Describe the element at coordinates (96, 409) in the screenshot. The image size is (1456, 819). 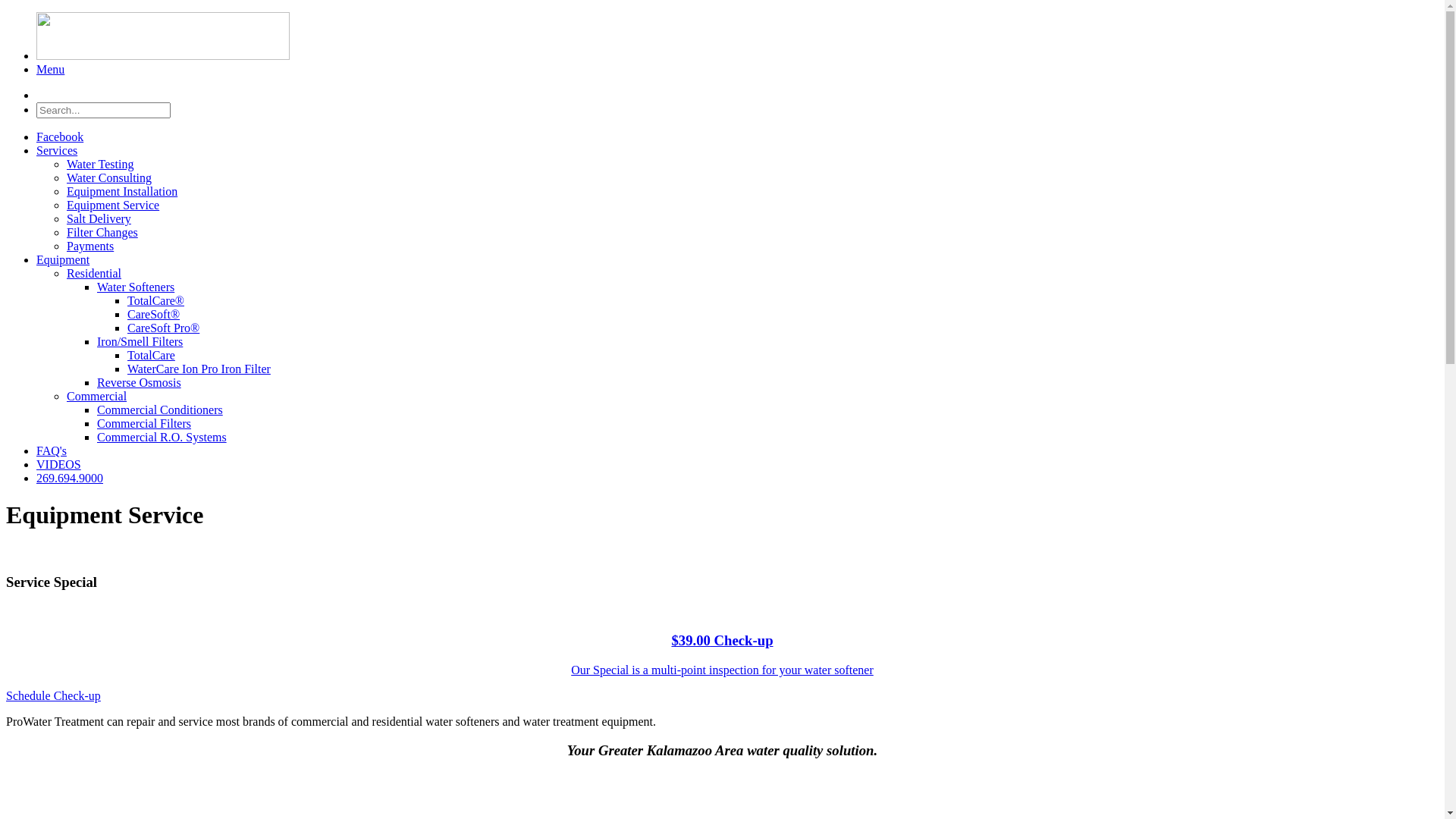
I see `'Commercial Conditioners'` at that location.